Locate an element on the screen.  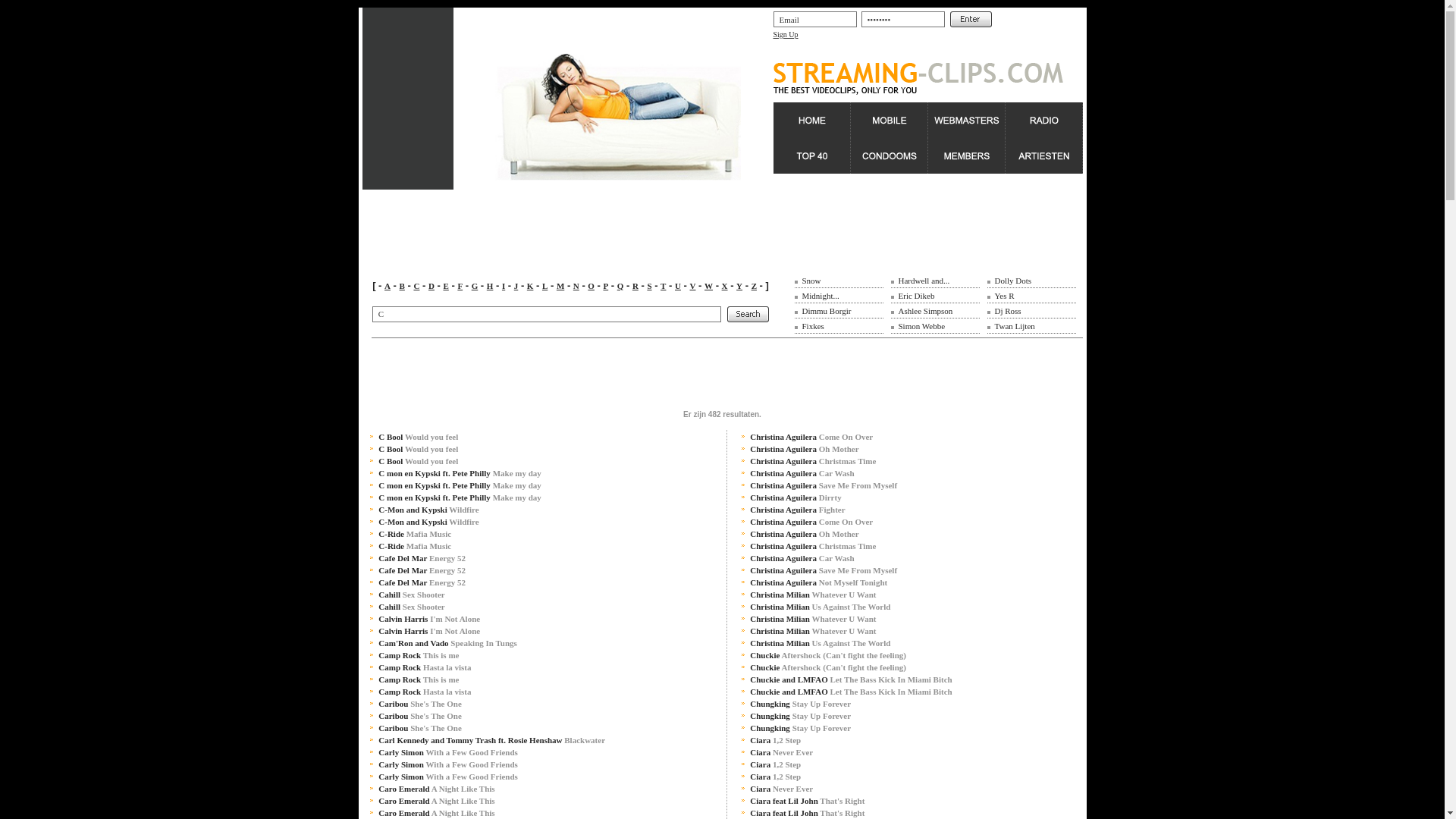
'Camp Rock This is me' is located at coordinates (419, 678).